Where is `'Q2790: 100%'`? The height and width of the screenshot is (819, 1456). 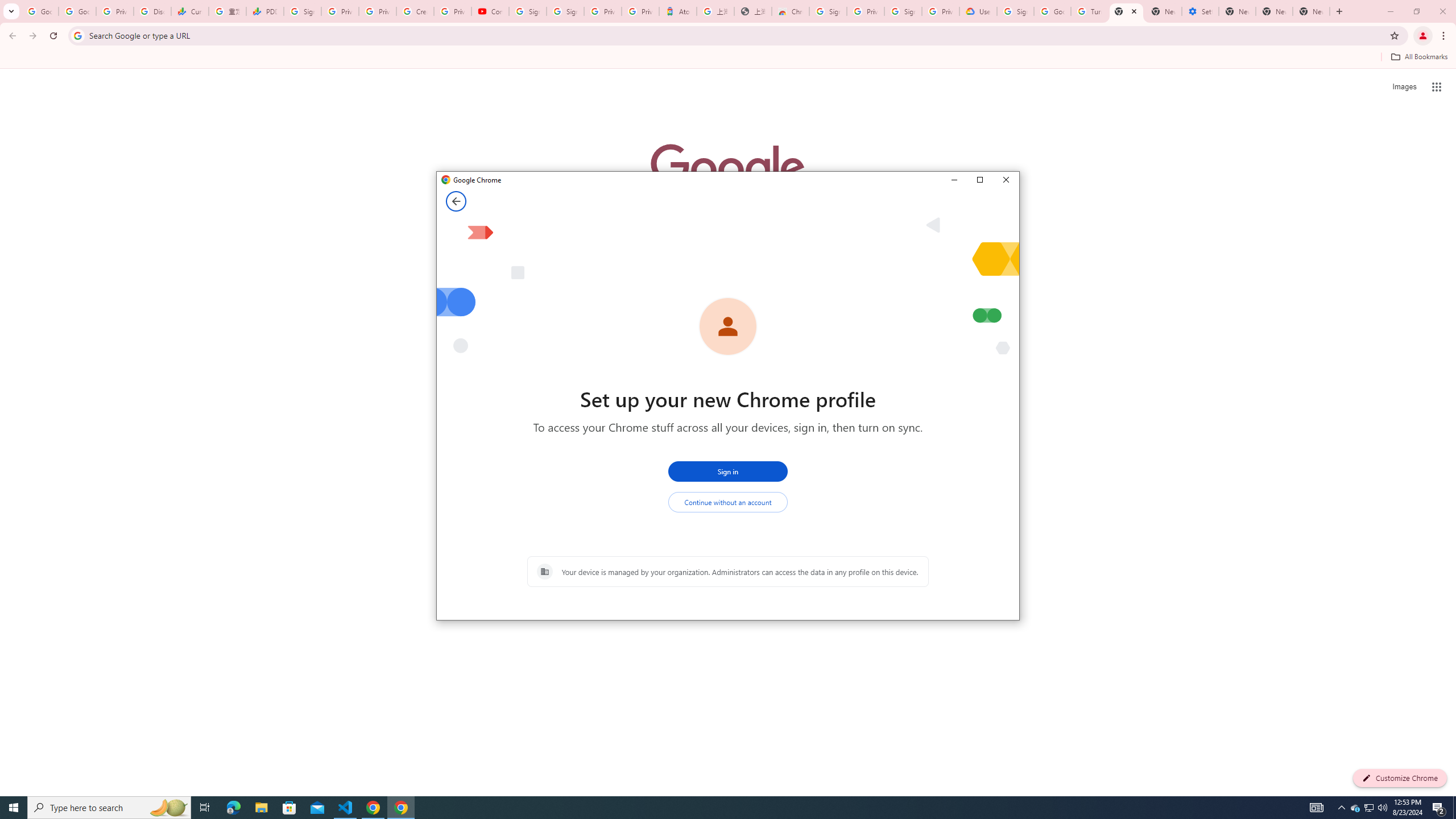 'Q2790: 100%' is located at coordinates (1381, 806).